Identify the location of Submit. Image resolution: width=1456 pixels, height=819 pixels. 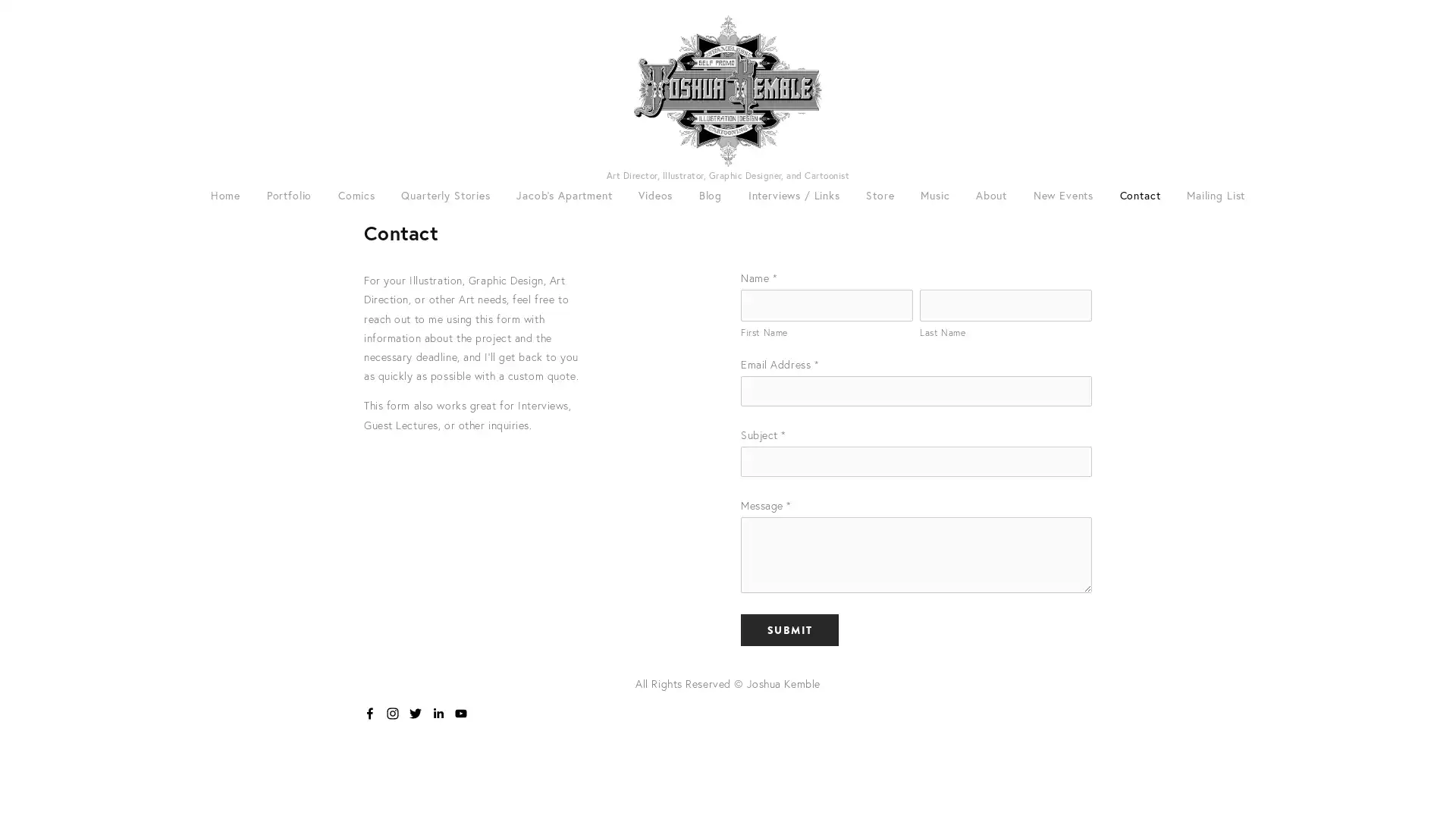
(789, 629).